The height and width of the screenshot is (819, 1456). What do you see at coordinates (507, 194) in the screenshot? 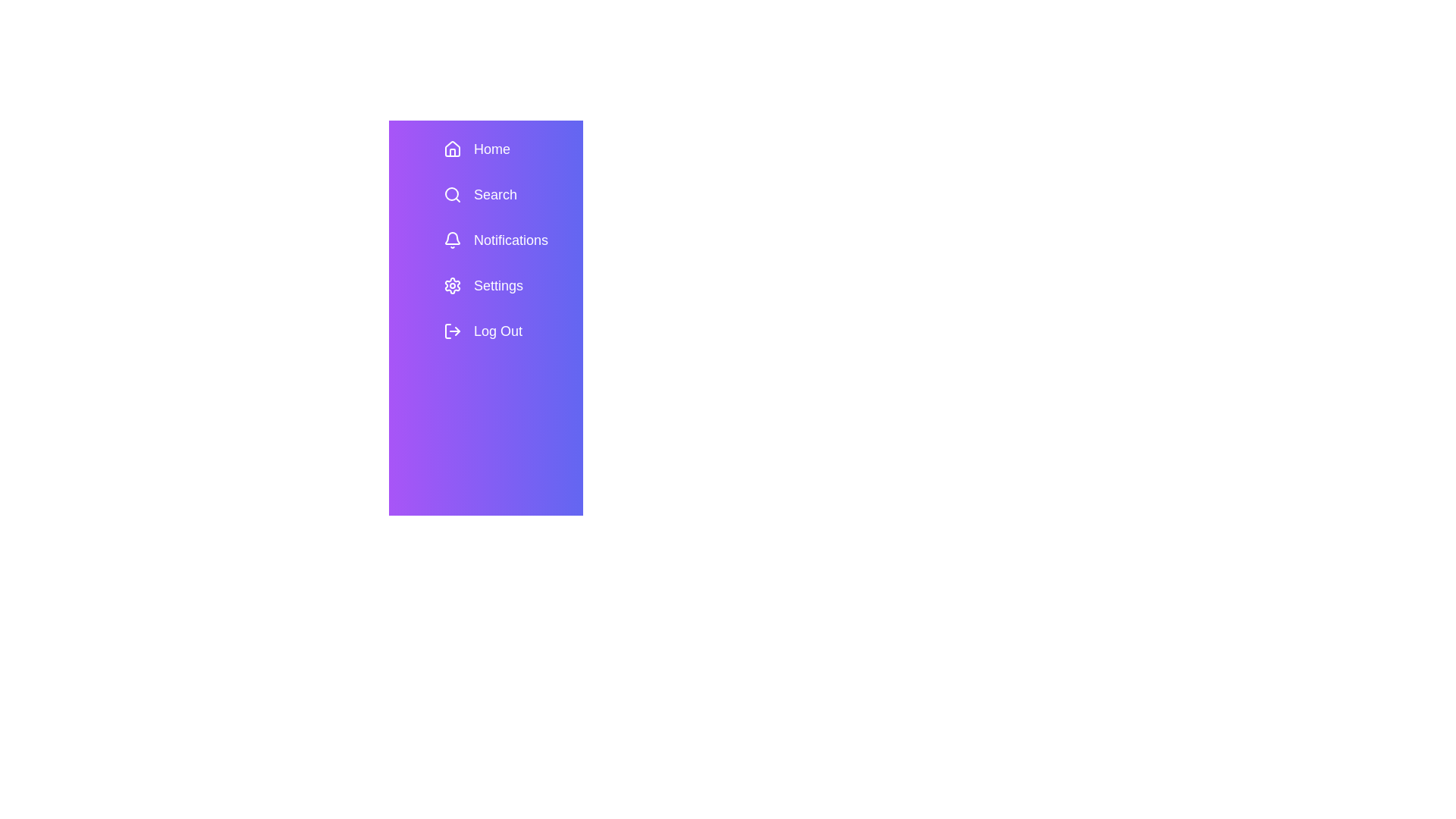
I see `the menu item Search in the SidebarMenu` at bounding box center [507, 194].